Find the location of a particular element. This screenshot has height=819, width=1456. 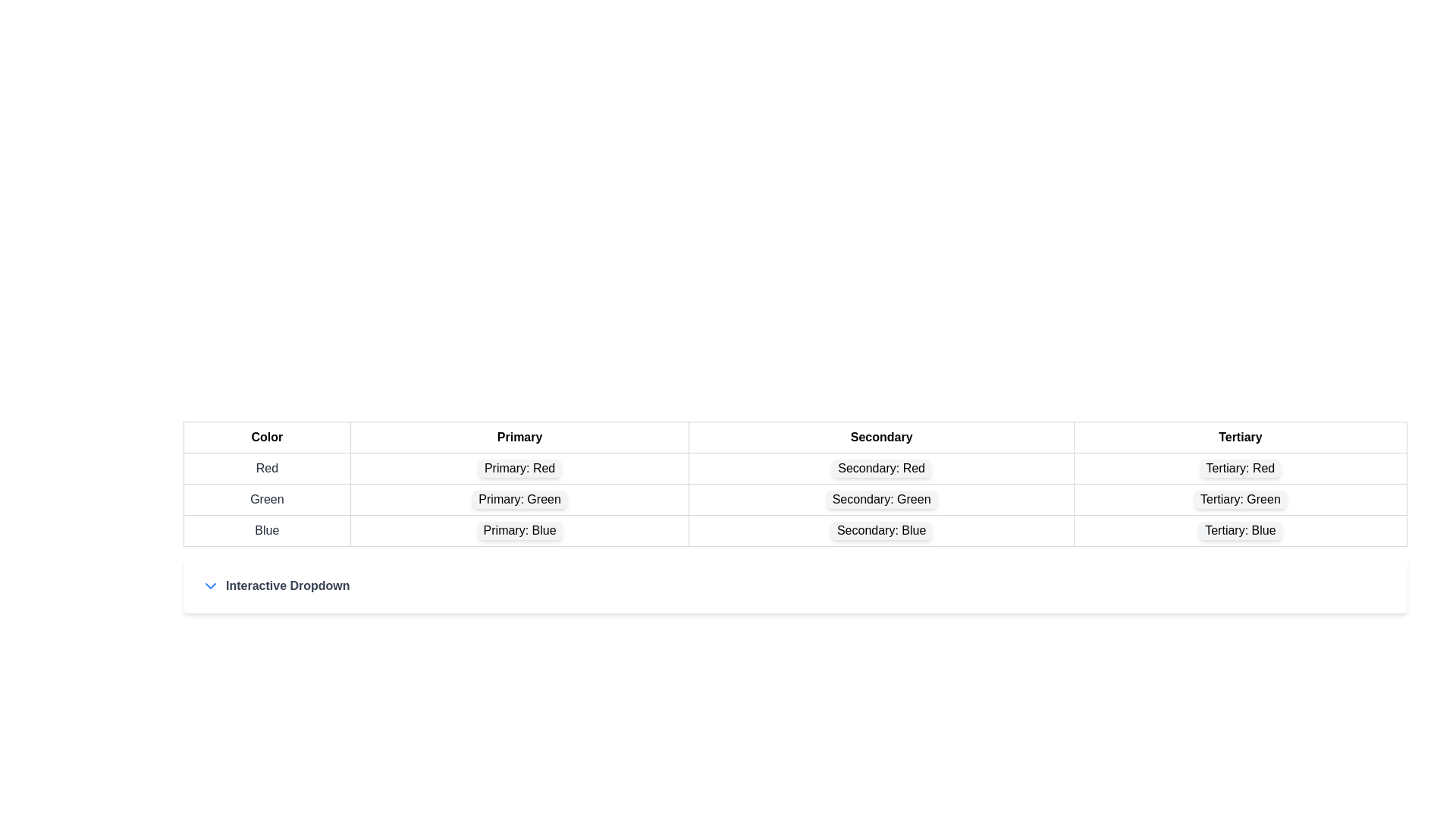

the chevron icon indicating a dropdown menu located to the left of the 'Interactive Dropdown' text is located at coordinates (210, 585).